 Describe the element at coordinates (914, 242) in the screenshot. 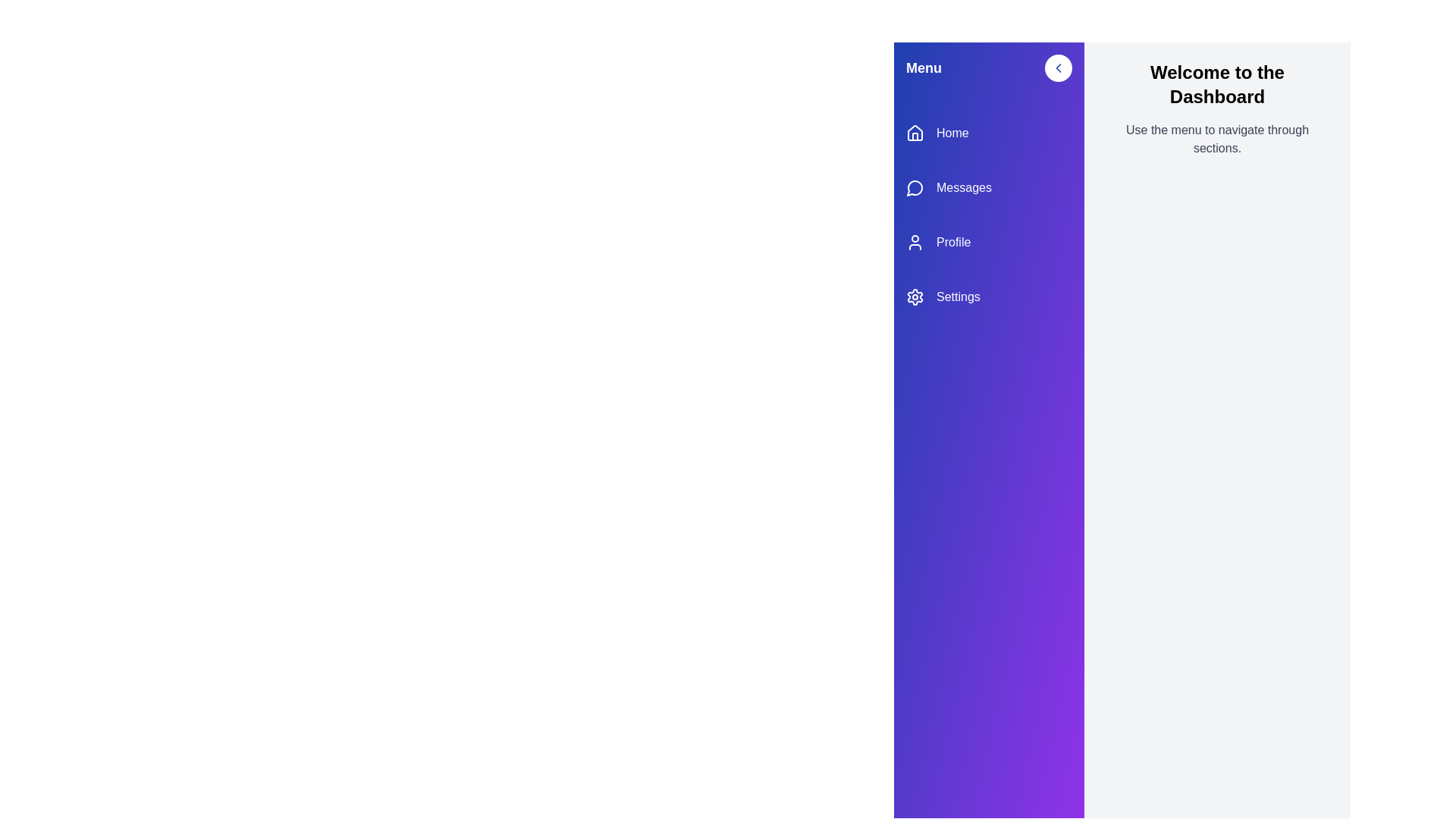

I see `the Profile icon in the sidebar` at that location.